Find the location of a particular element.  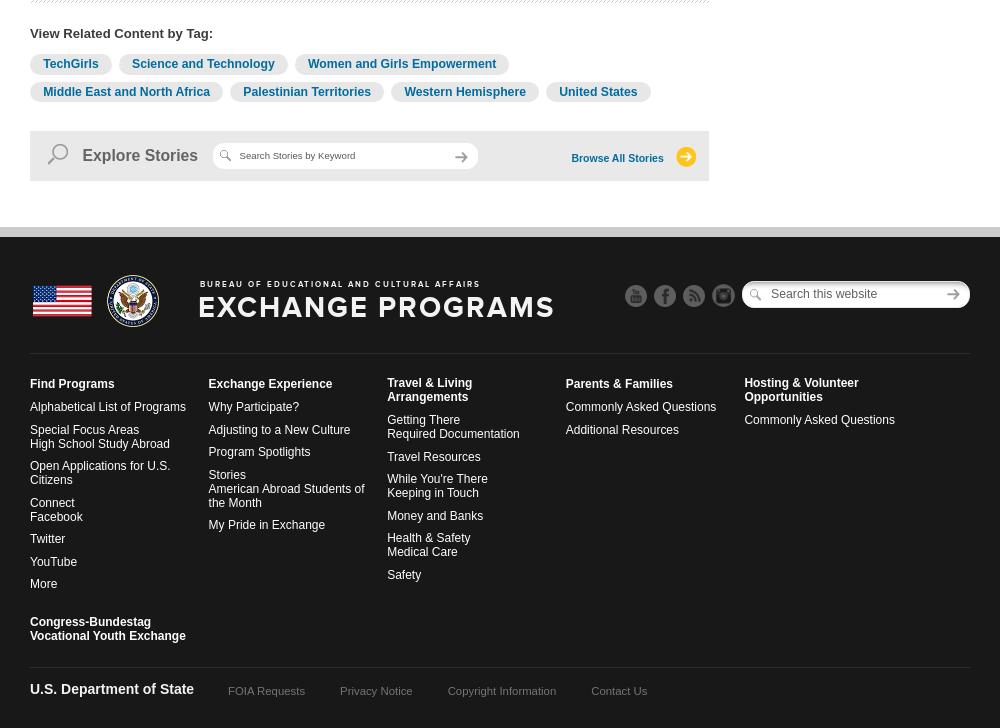

'Women and Girls Empowerment' is located at coordinates (307, 63).